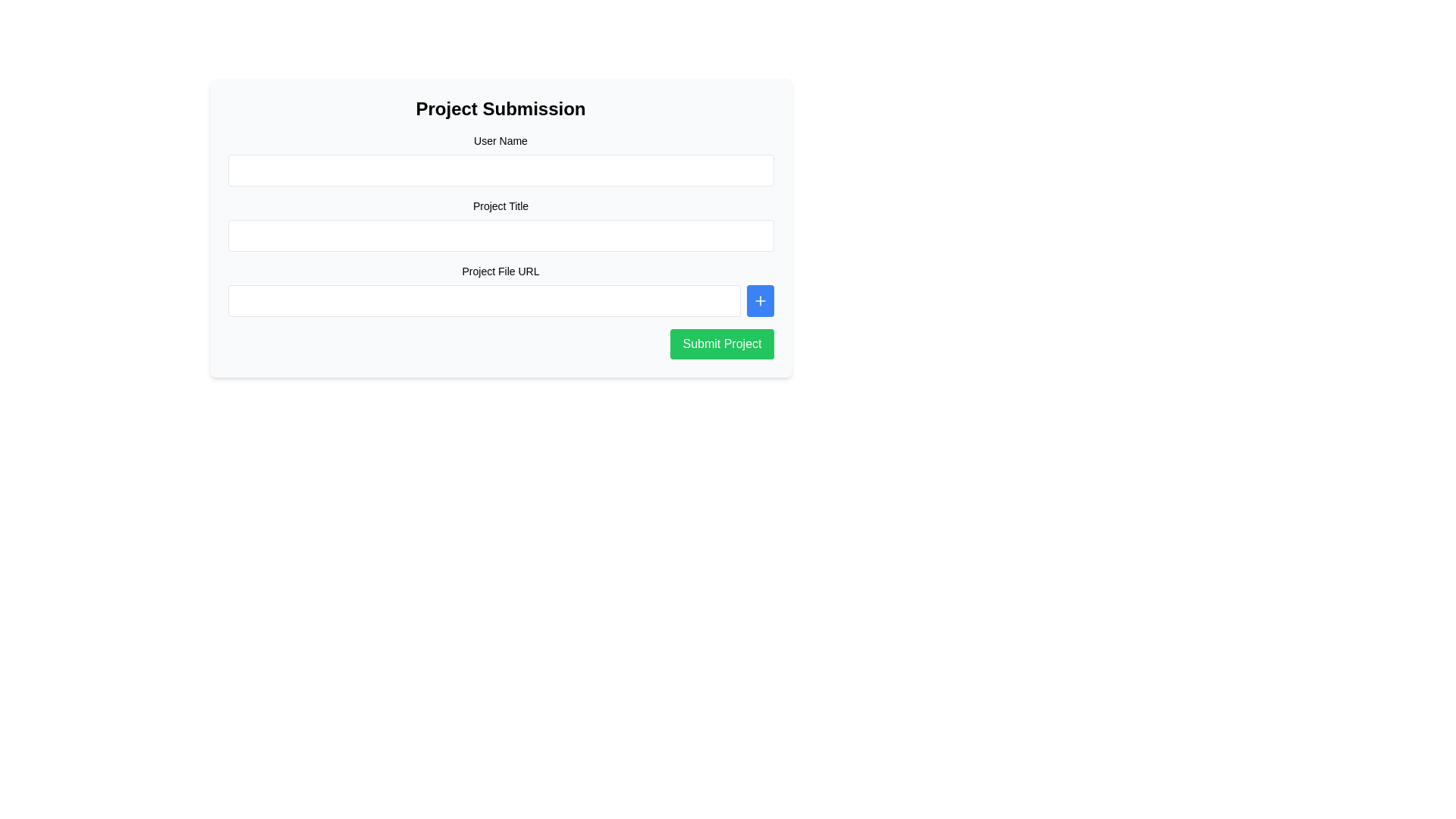 This screenshot has width=1456, height=819. Describe the element at coordinates (500, 140) in the screenshot. I see `the text label that displays 'User Name', which is positioned above the input field in the top-left portion of the input form area` at that location.